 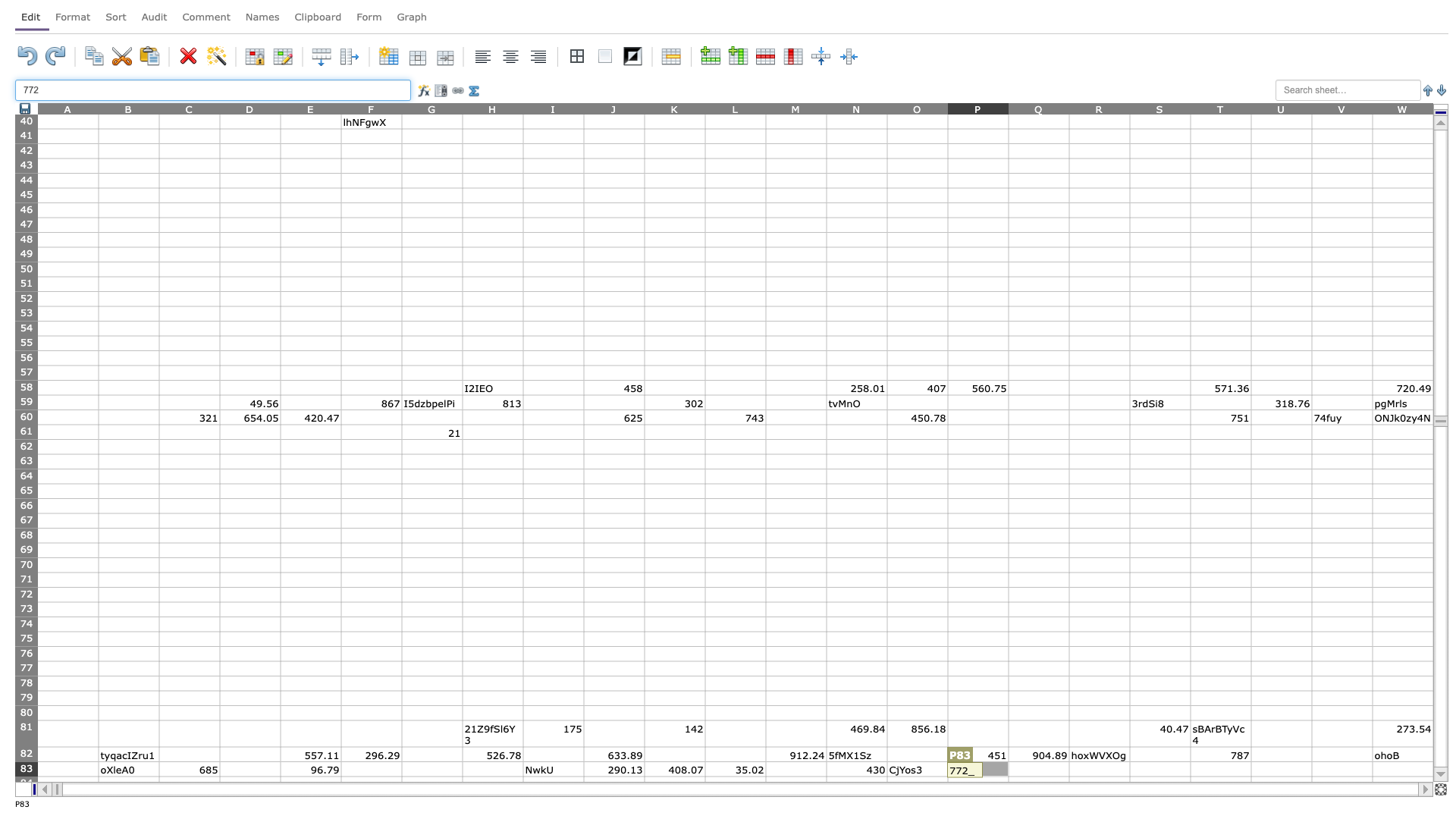 I want to click on right edge of Q83, so click(x=1068, y=769).